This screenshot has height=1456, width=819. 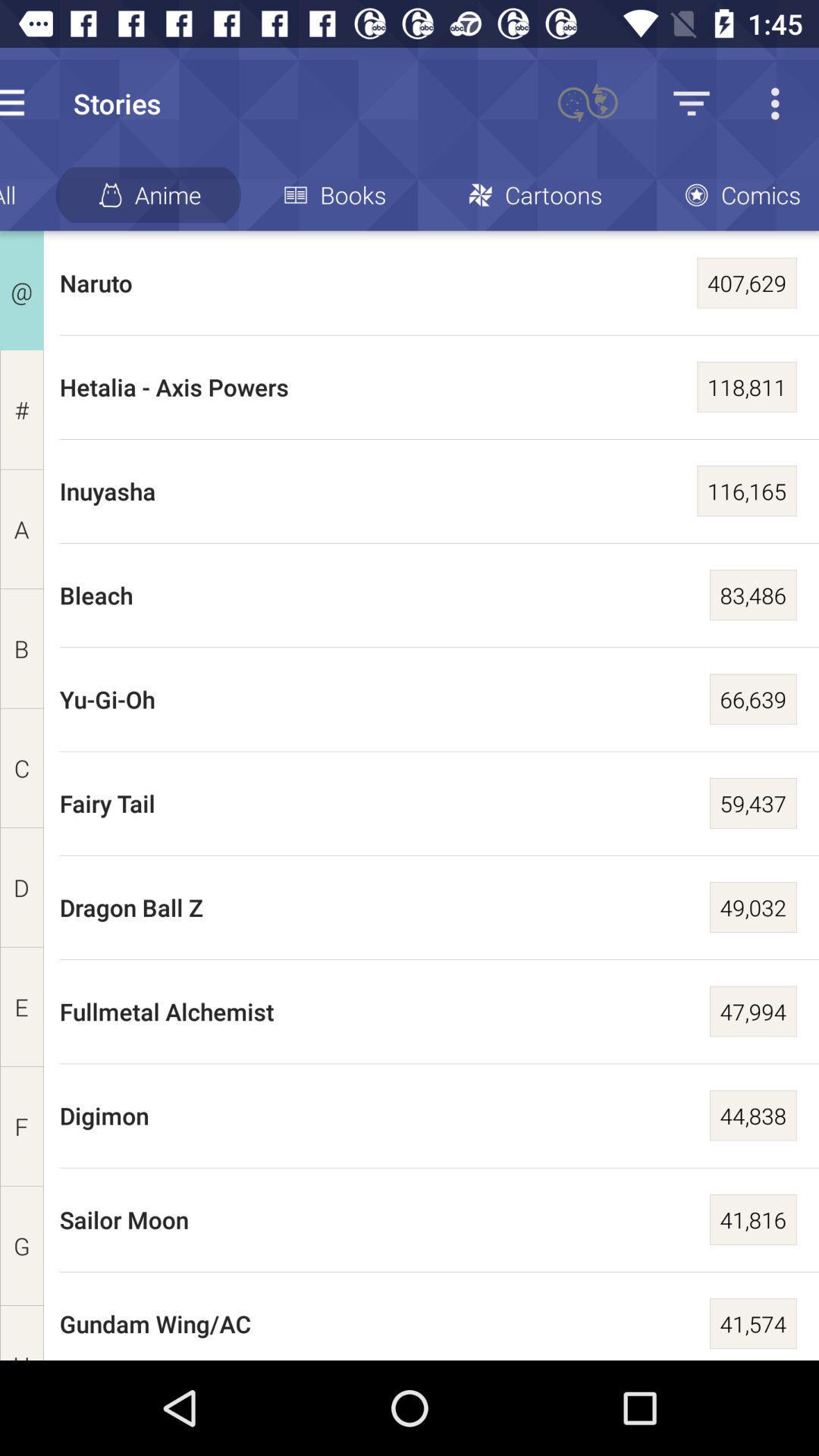 What do you see at coordinates (779, 102) in the screenshot?
I see `the more icon` at bounding box center [779, 102].